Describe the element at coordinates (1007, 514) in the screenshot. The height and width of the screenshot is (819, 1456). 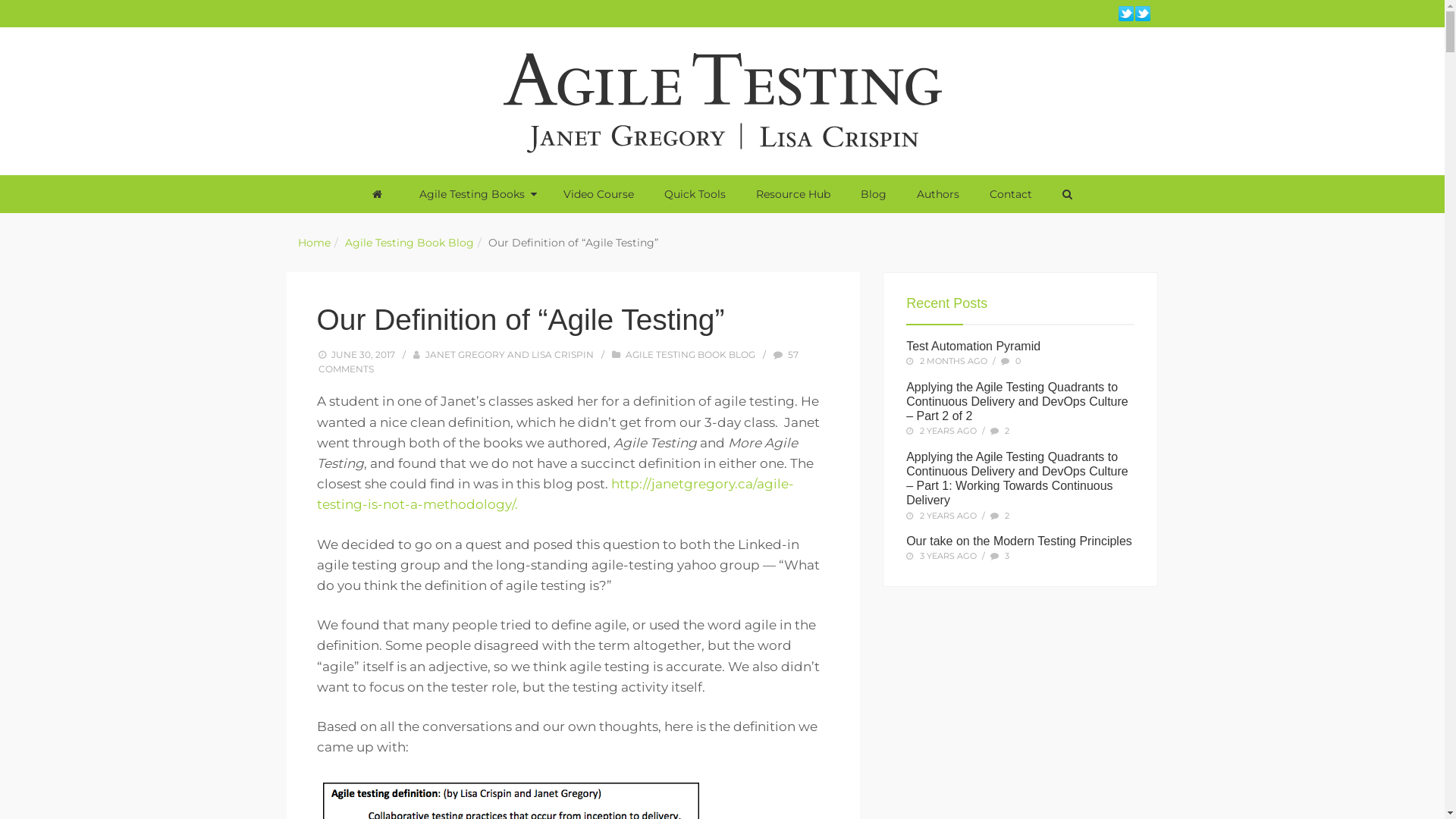
I see `'2'` at that location.